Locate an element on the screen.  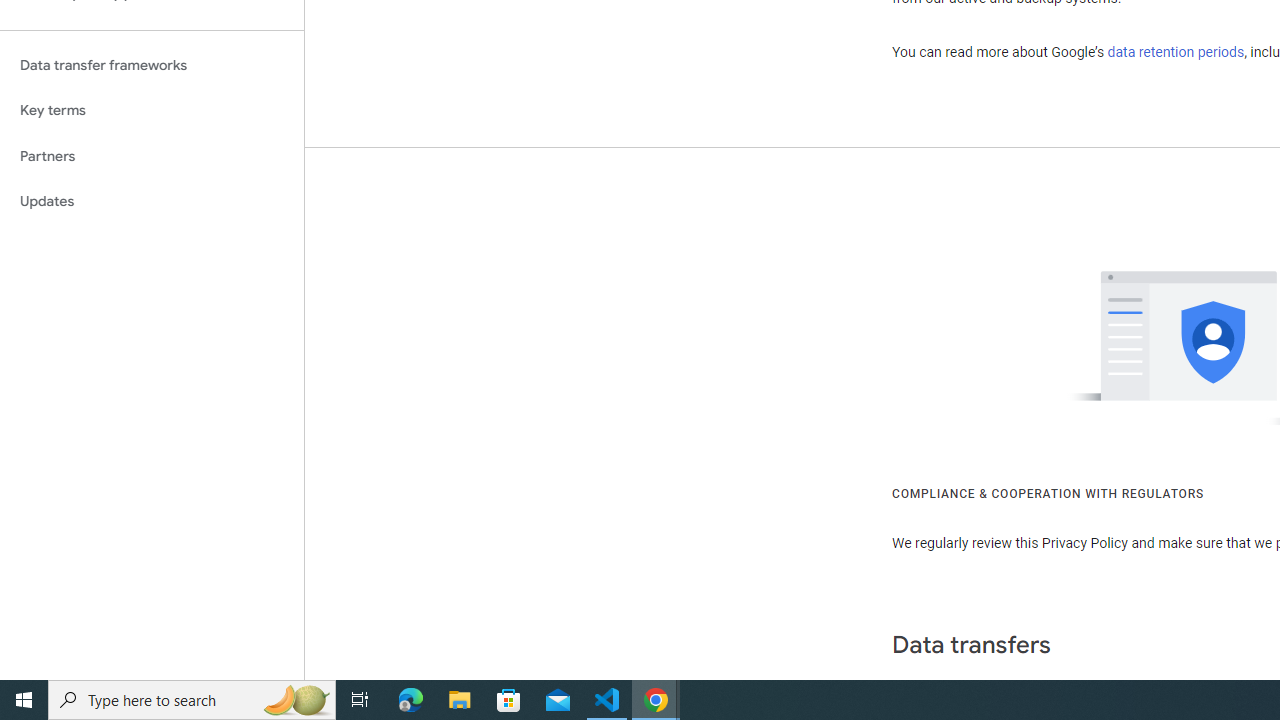
'File Explorer' is located at coordinates (459, 698).